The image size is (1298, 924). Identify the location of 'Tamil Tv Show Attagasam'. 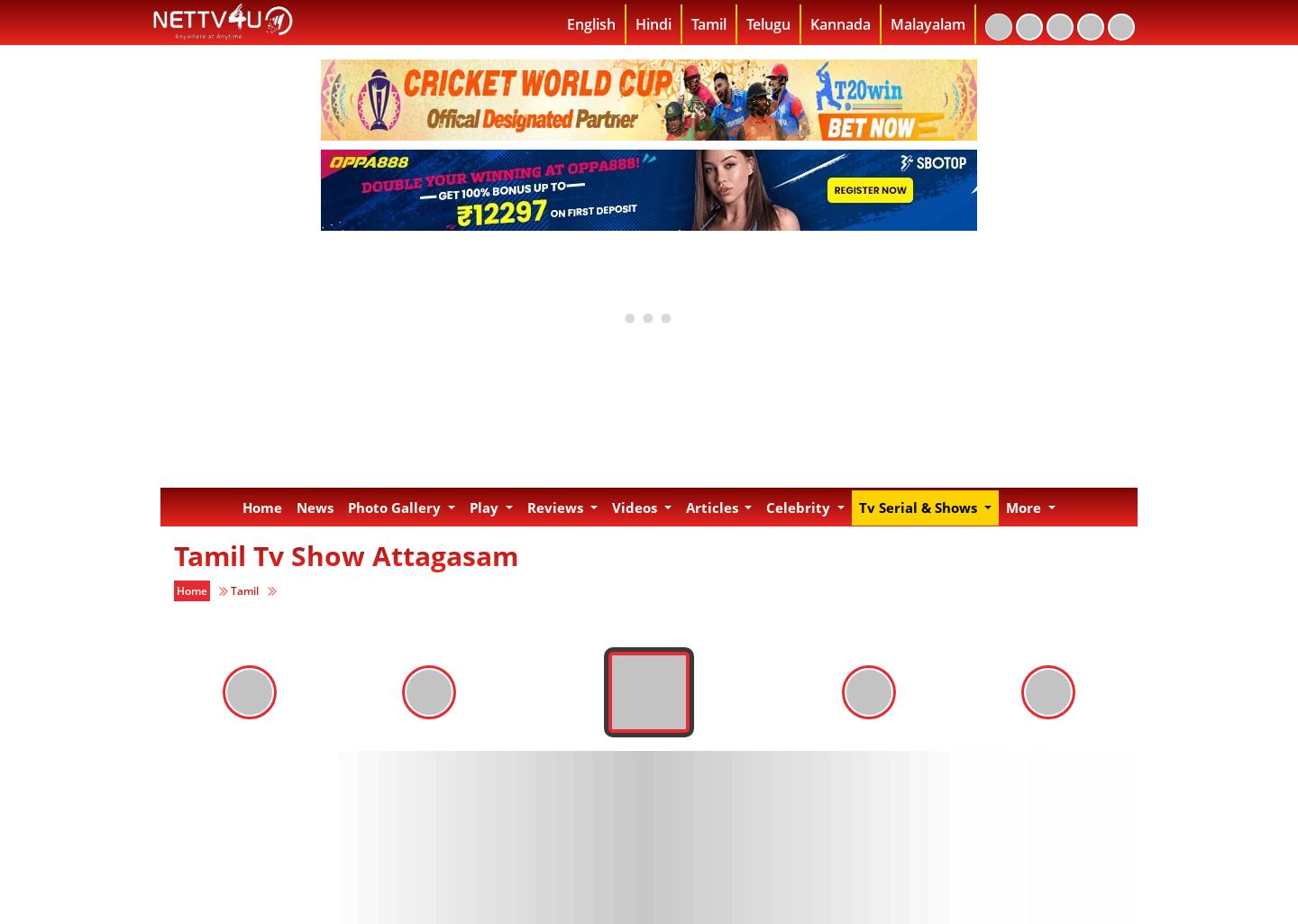
(345, 553).